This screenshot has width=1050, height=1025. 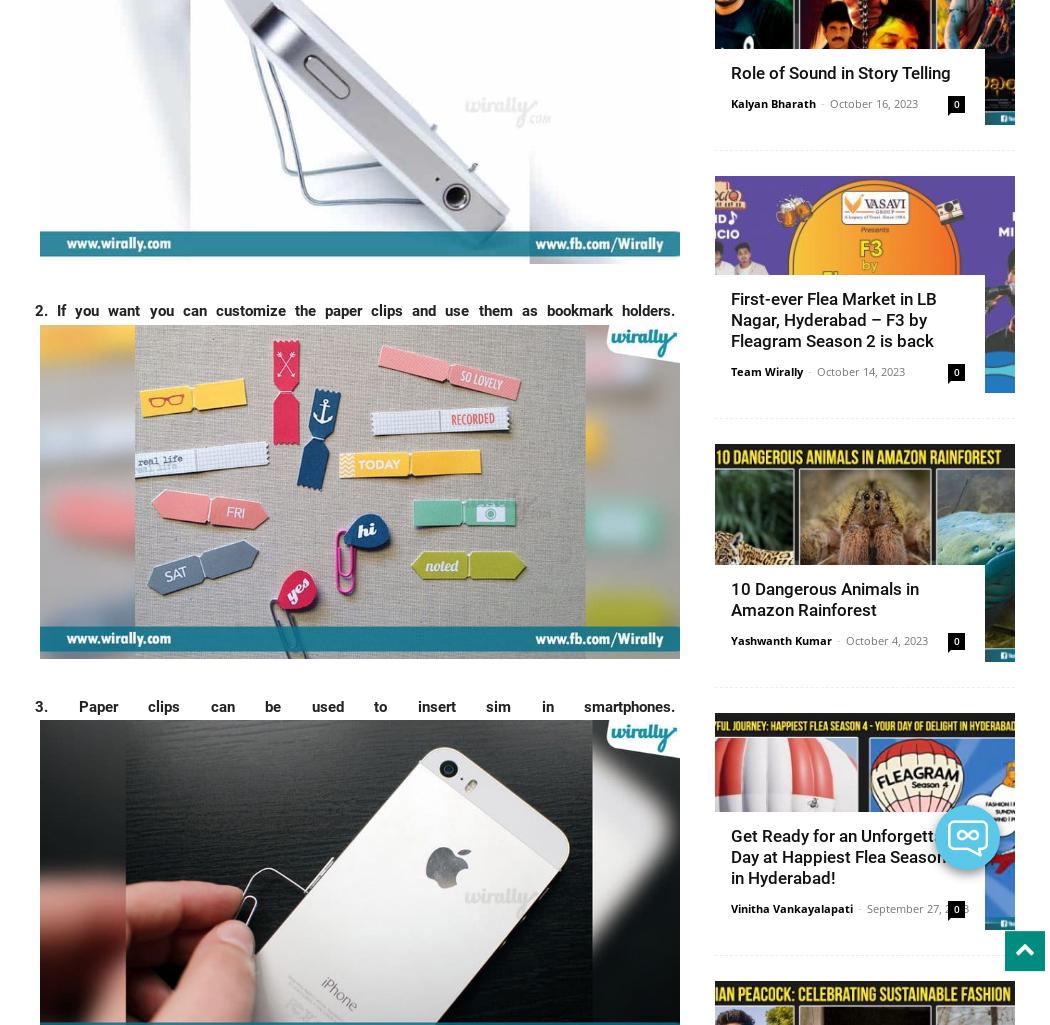 What do you see at coordinates (354, 705) in the screenshot?
I see `'3. Paper clips can be used to insert sim in smartphones.'` at bounding box center [354, 705].